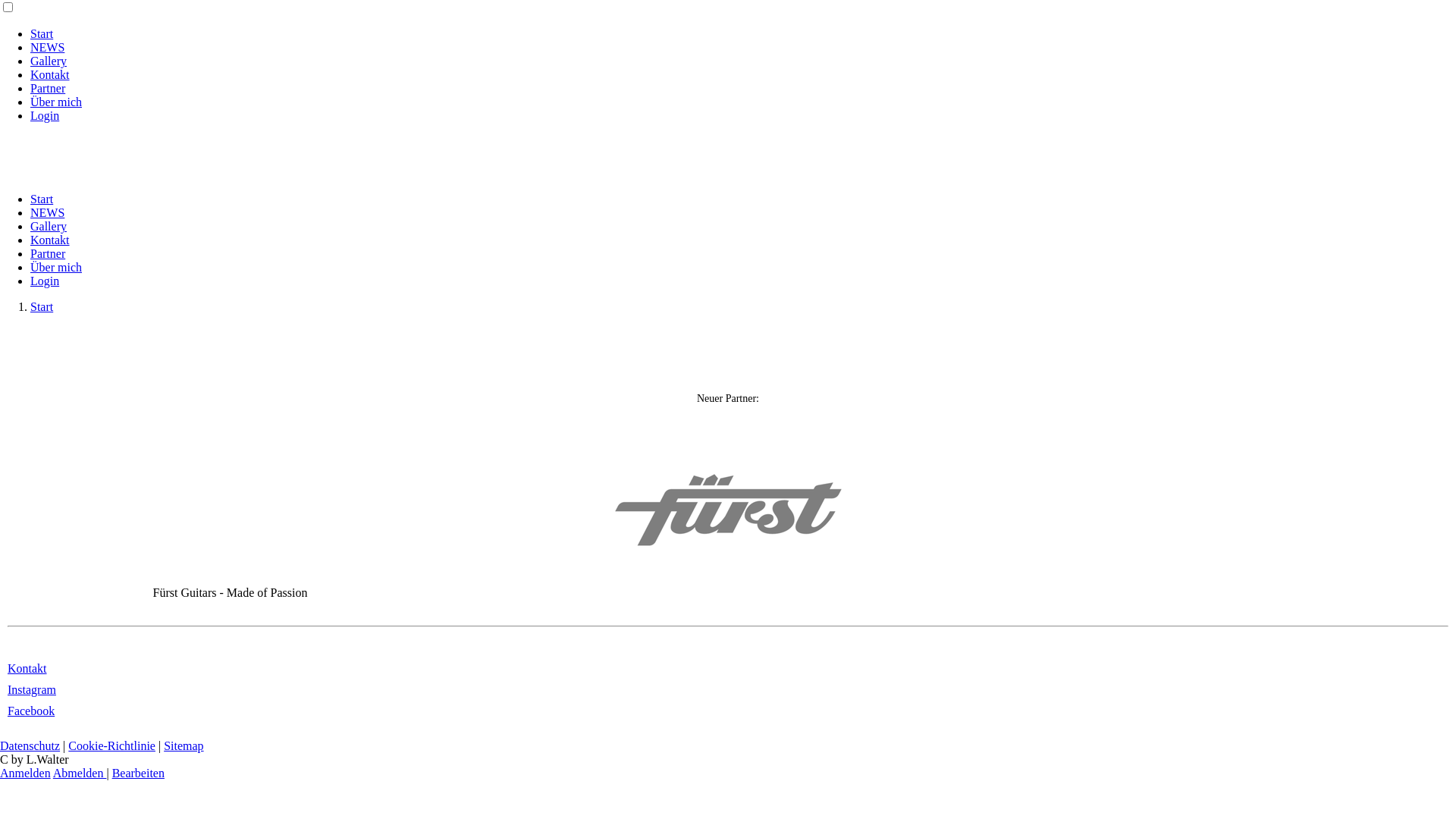 The height and width of the screenshot is (819, 1456). What do you see at coordinates (32, 689) in the screenshot?
I see `'Instagram'` at bounding box center [32, 689].